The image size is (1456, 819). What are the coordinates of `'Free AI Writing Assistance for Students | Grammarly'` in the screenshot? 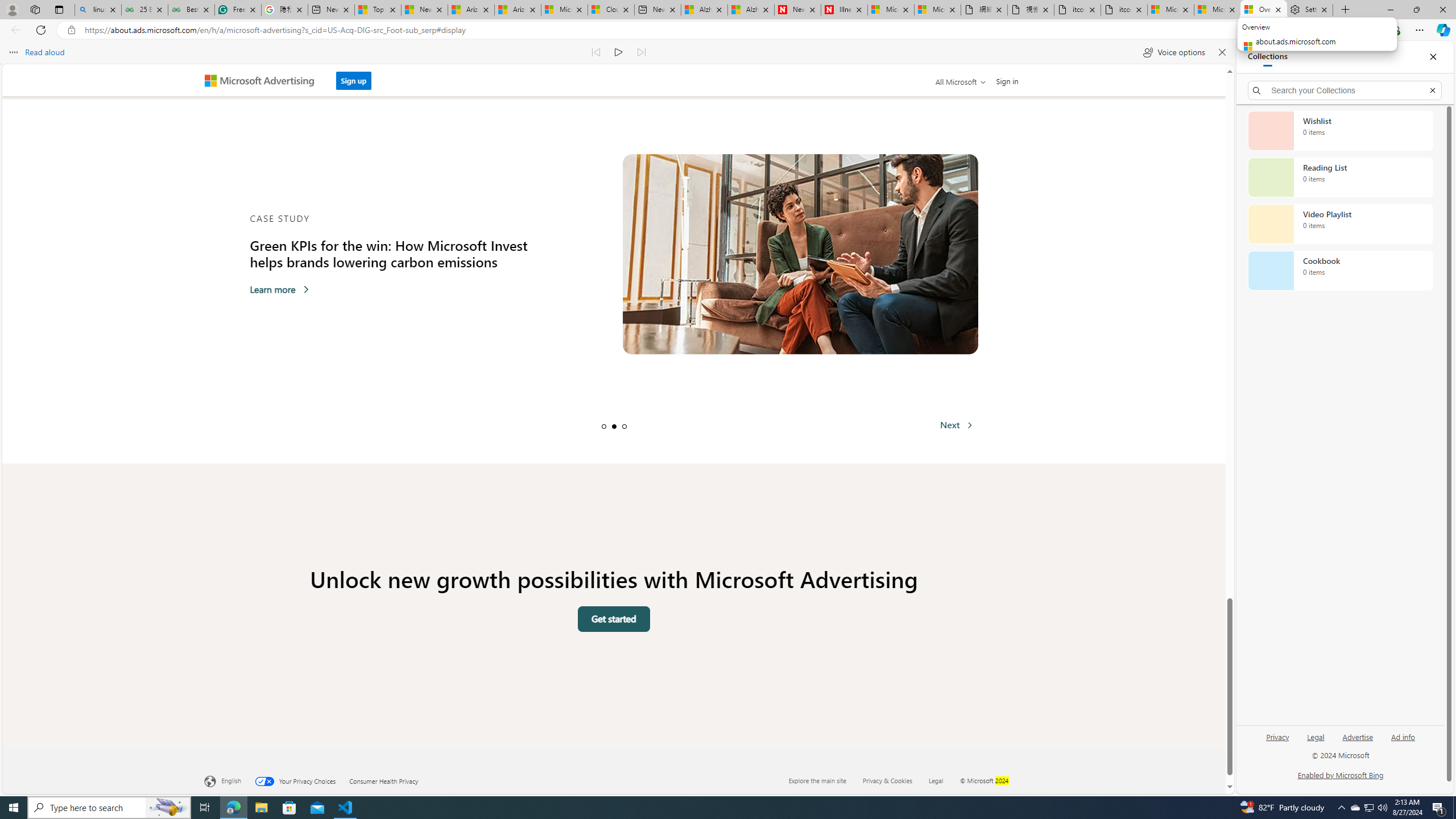 It's located at (237, 9).